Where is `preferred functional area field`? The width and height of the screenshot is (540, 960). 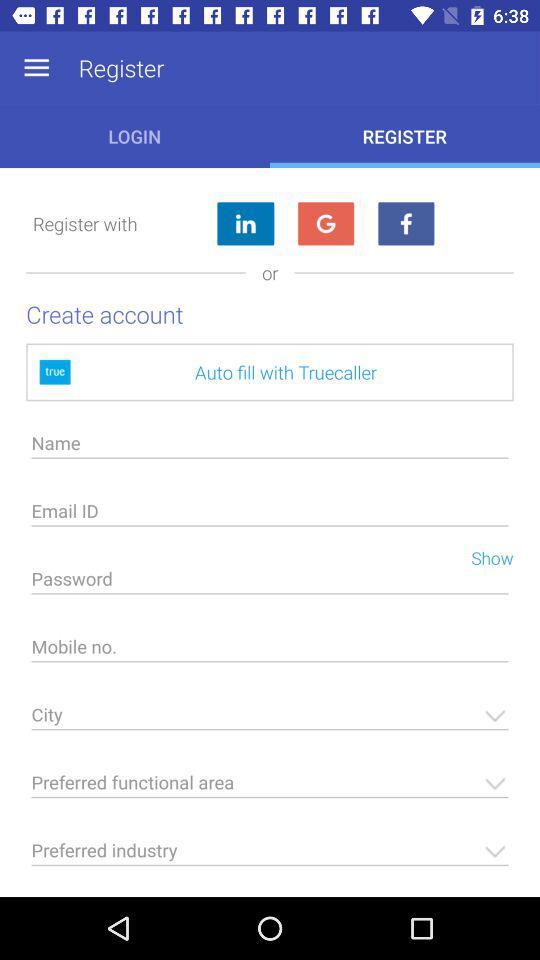 preferred functional area field is located at coordinates (270, 788).